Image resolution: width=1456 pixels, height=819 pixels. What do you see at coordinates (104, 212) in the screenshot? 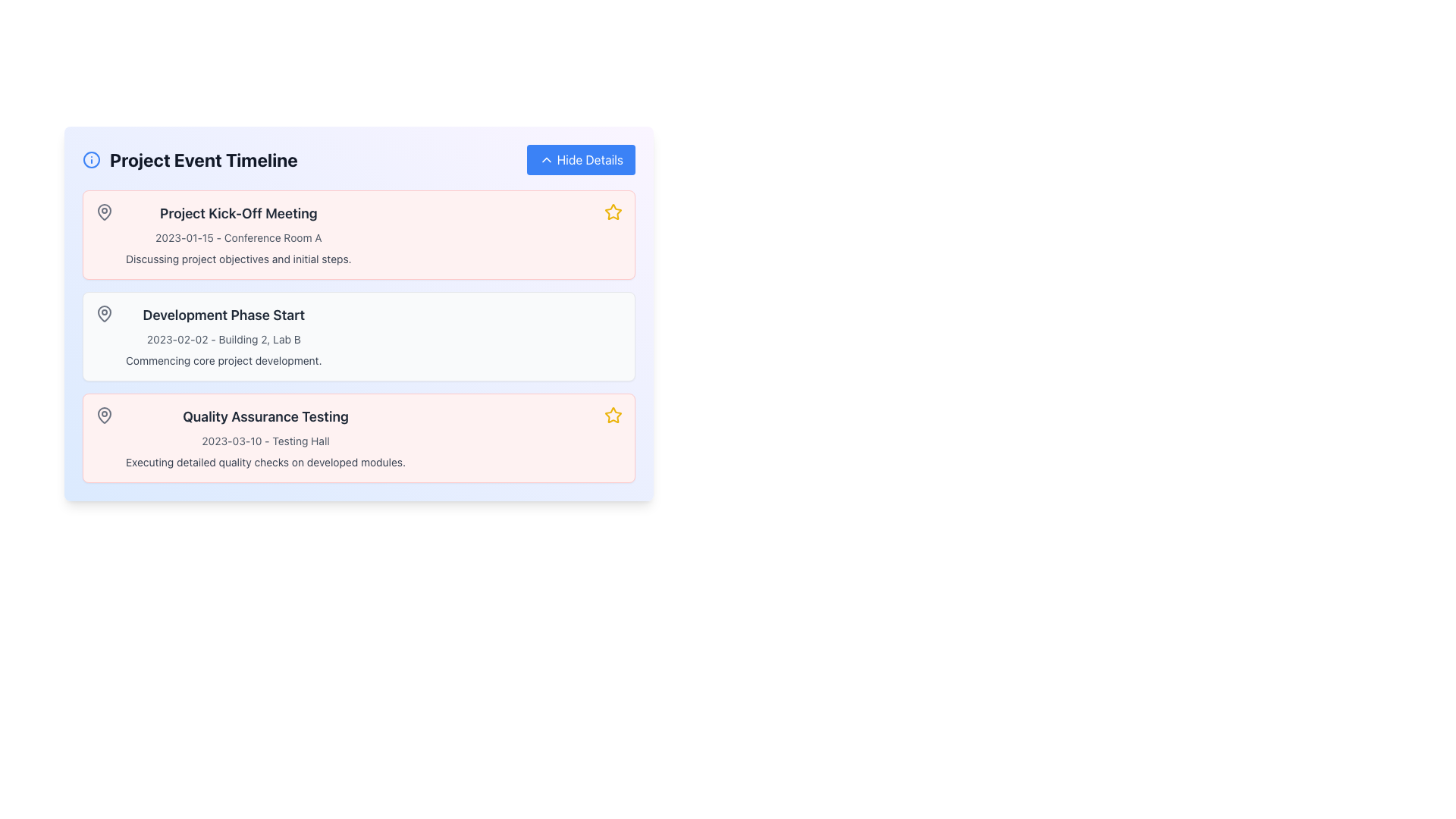
I see `the location pin icon, which is a circular shape with a pointed base, styled in gray and located in the upper-left area of the 'Project Kick-Off Meeting' card within the 'Project Event Timeline' section` at bounding box center [104, 212].